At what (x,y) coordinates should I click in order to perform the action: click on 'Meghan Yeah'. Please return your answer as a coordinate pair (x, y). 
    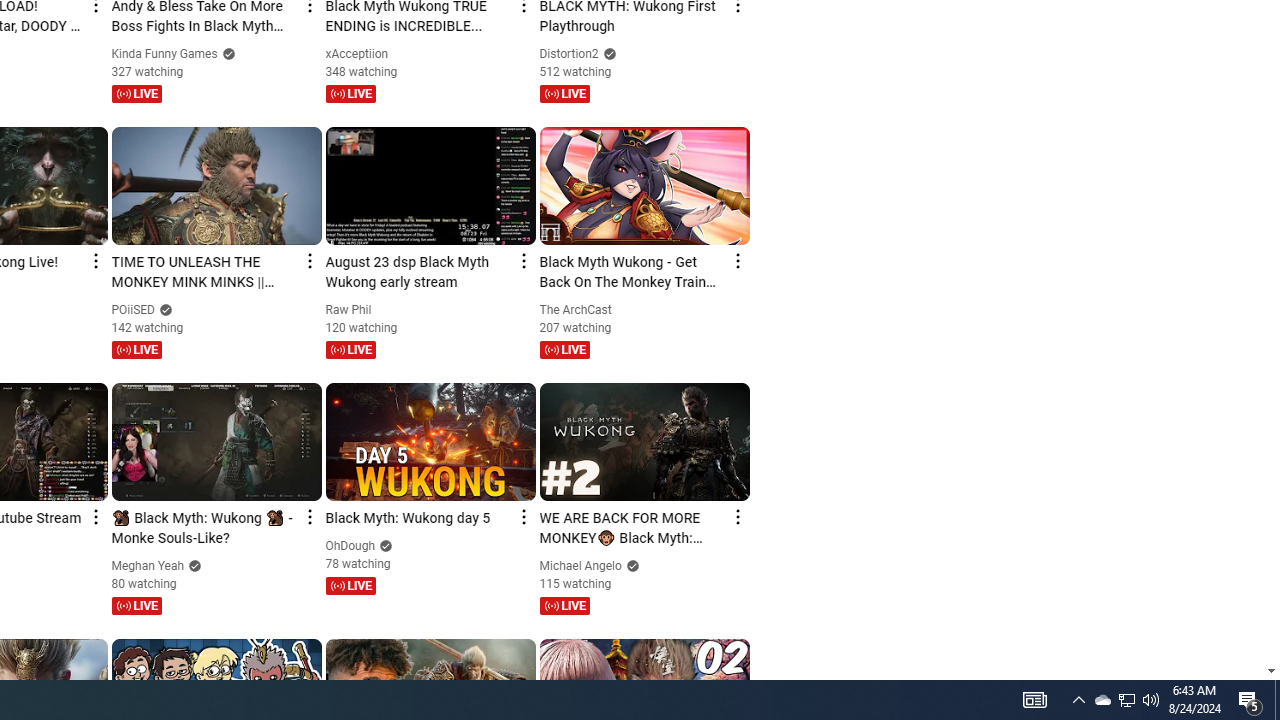
    Looking at the image, I should click on (147, 566).